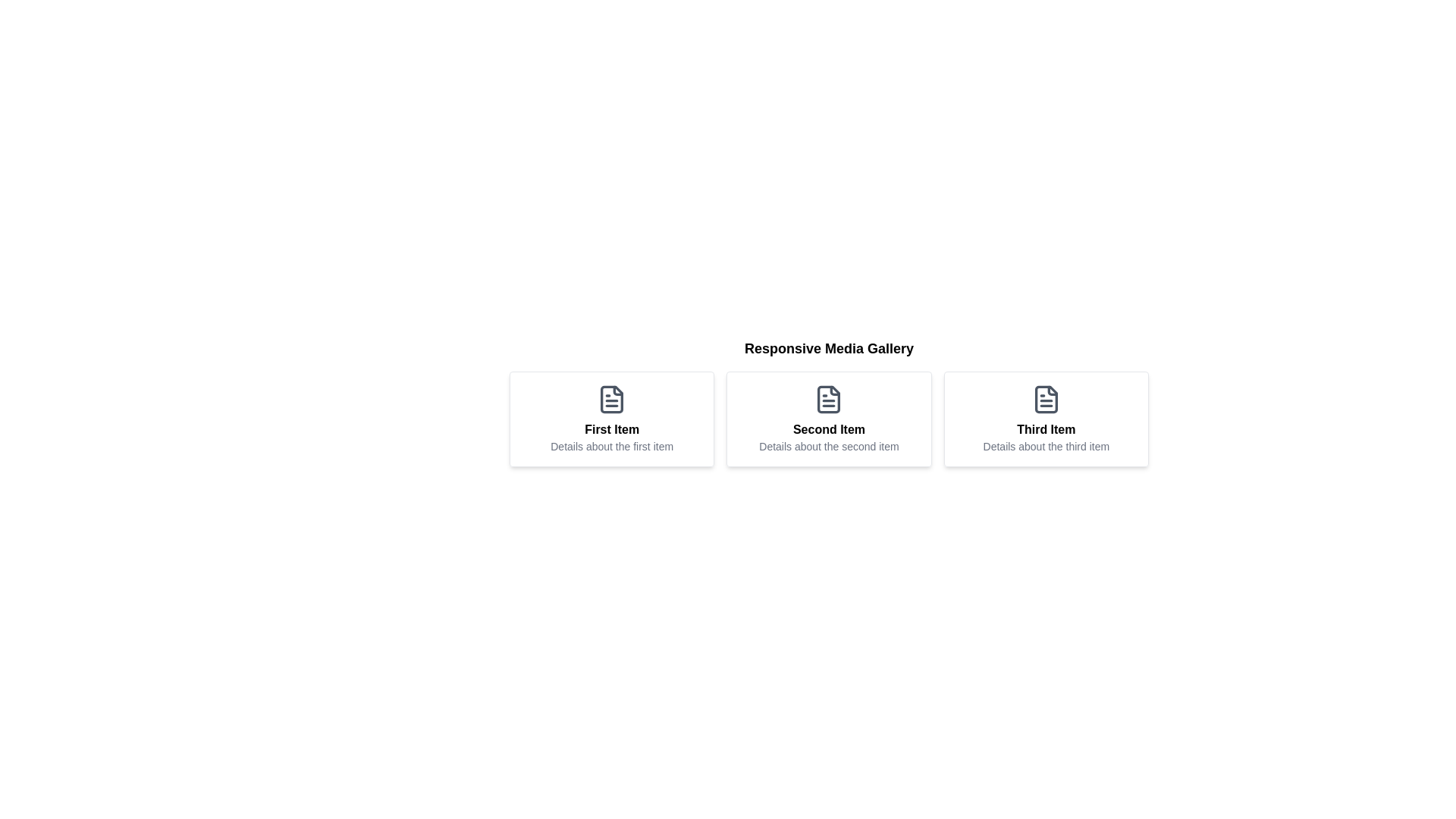 This screenshot has width=1456, height=819. I want to click on the rightmost card in the Responsive Media Gallery, which is labeled 'Third Item' and contains a file-like icon at the top, so click(1045, 419).